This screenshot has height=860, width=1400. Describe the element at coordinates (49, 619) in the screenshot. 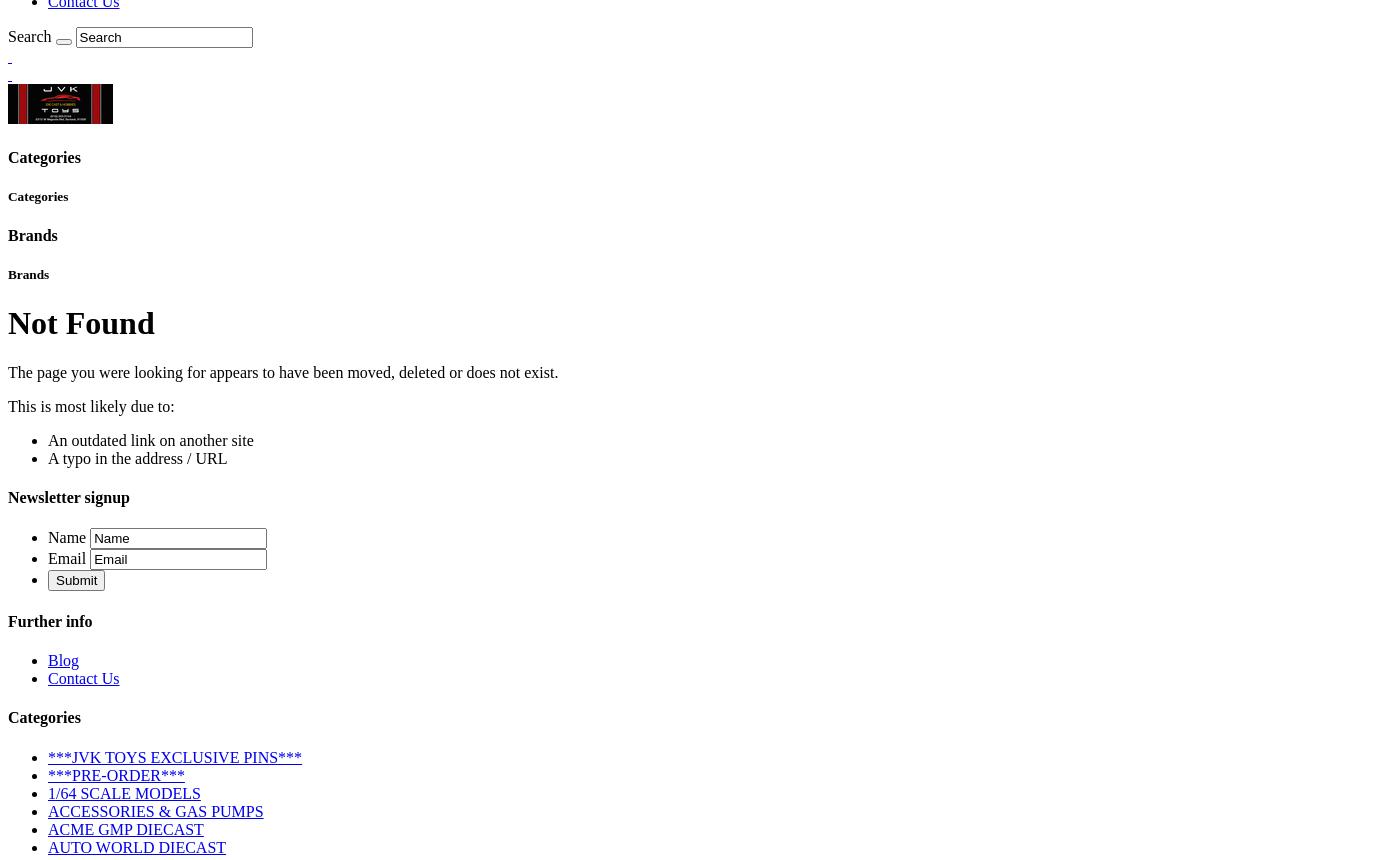

I see `'Further info'` at that location.